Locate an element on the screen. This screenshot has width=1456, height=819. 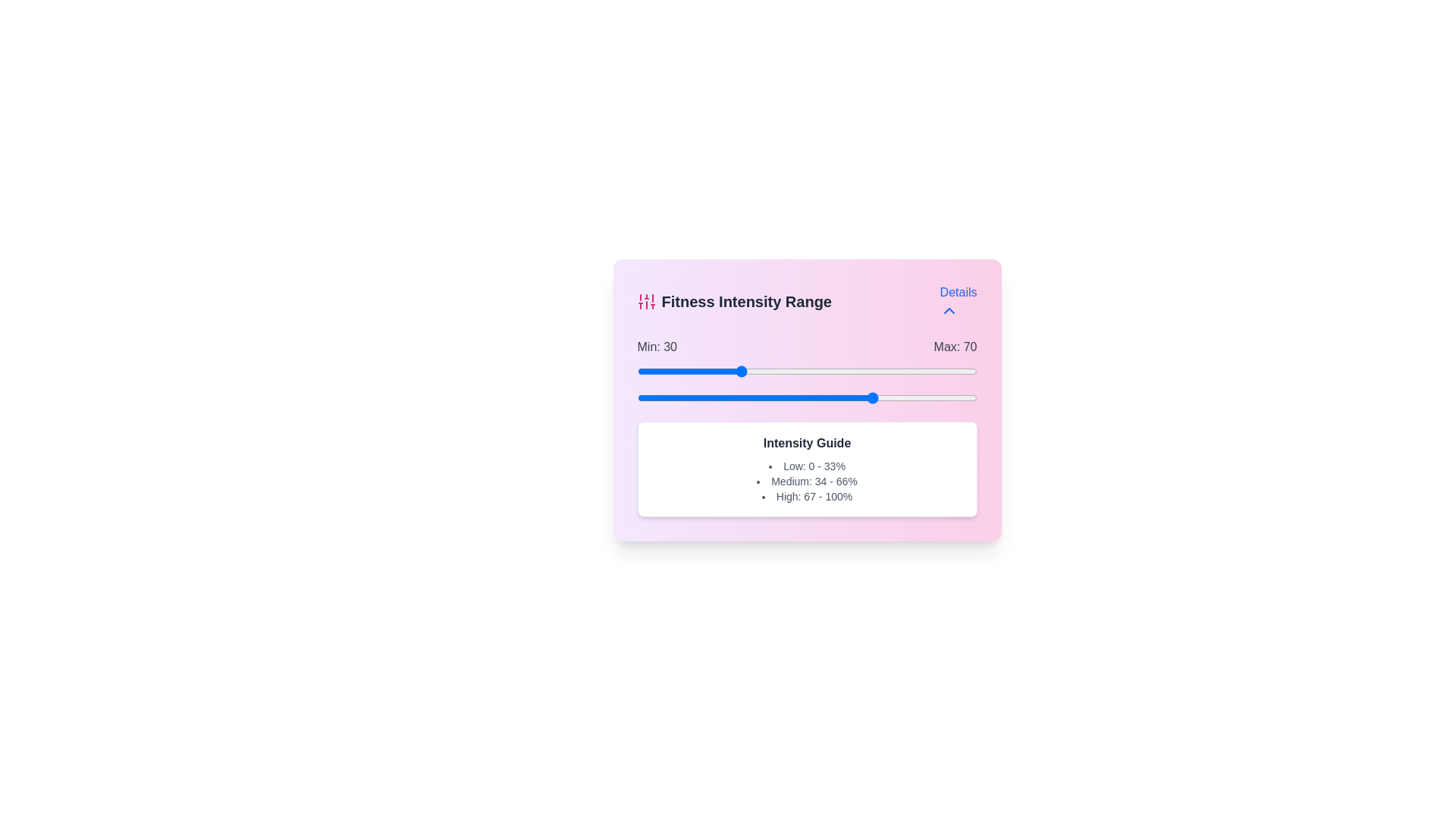
the minimum intensity slider to 3 percent is located at coordinates (648, 371).